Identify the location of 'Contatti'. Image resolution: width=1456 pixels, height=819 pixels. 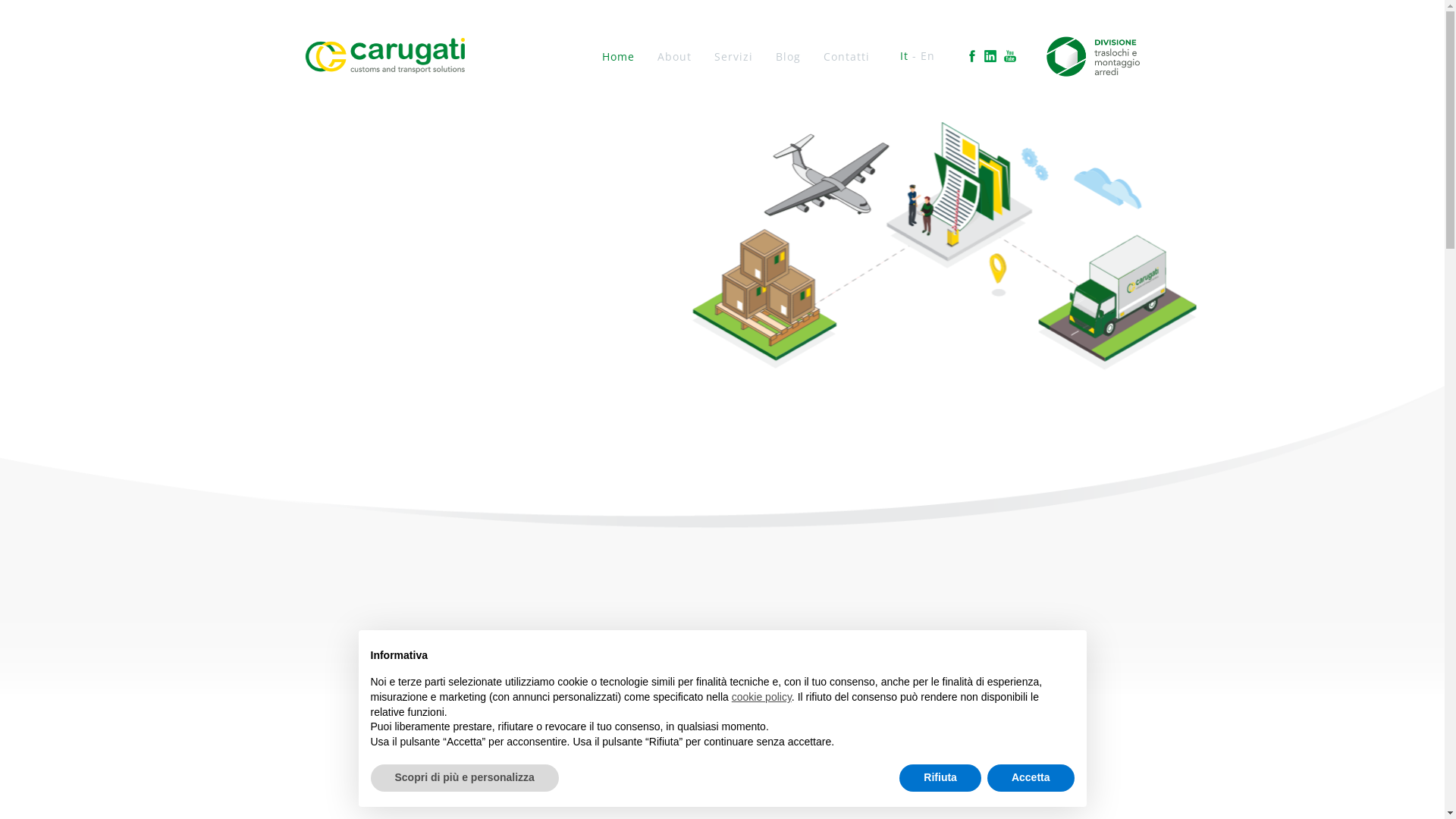
(846, 55).